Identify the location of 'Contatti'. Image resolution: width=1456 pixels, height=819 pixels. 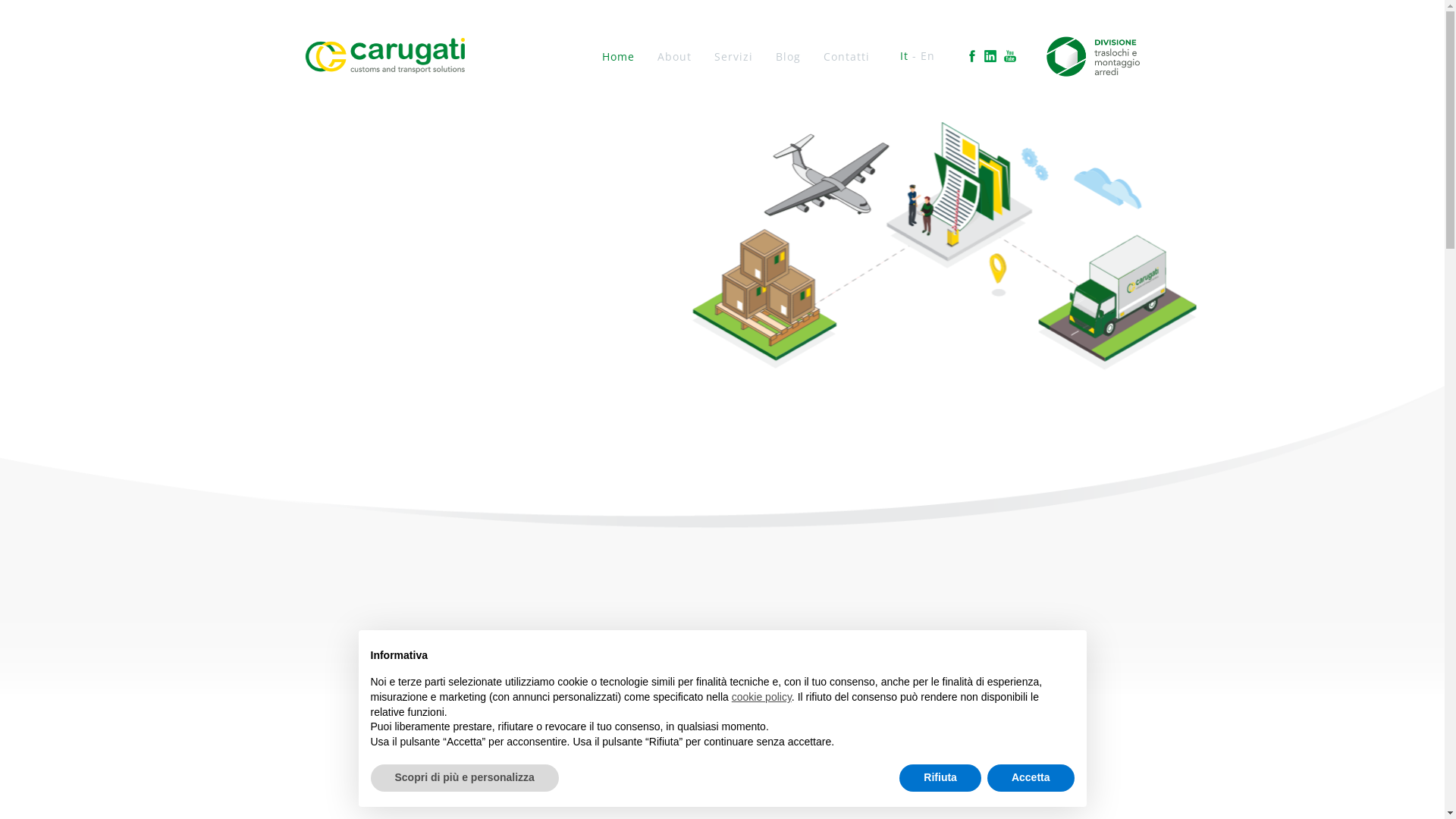
(846, 55).